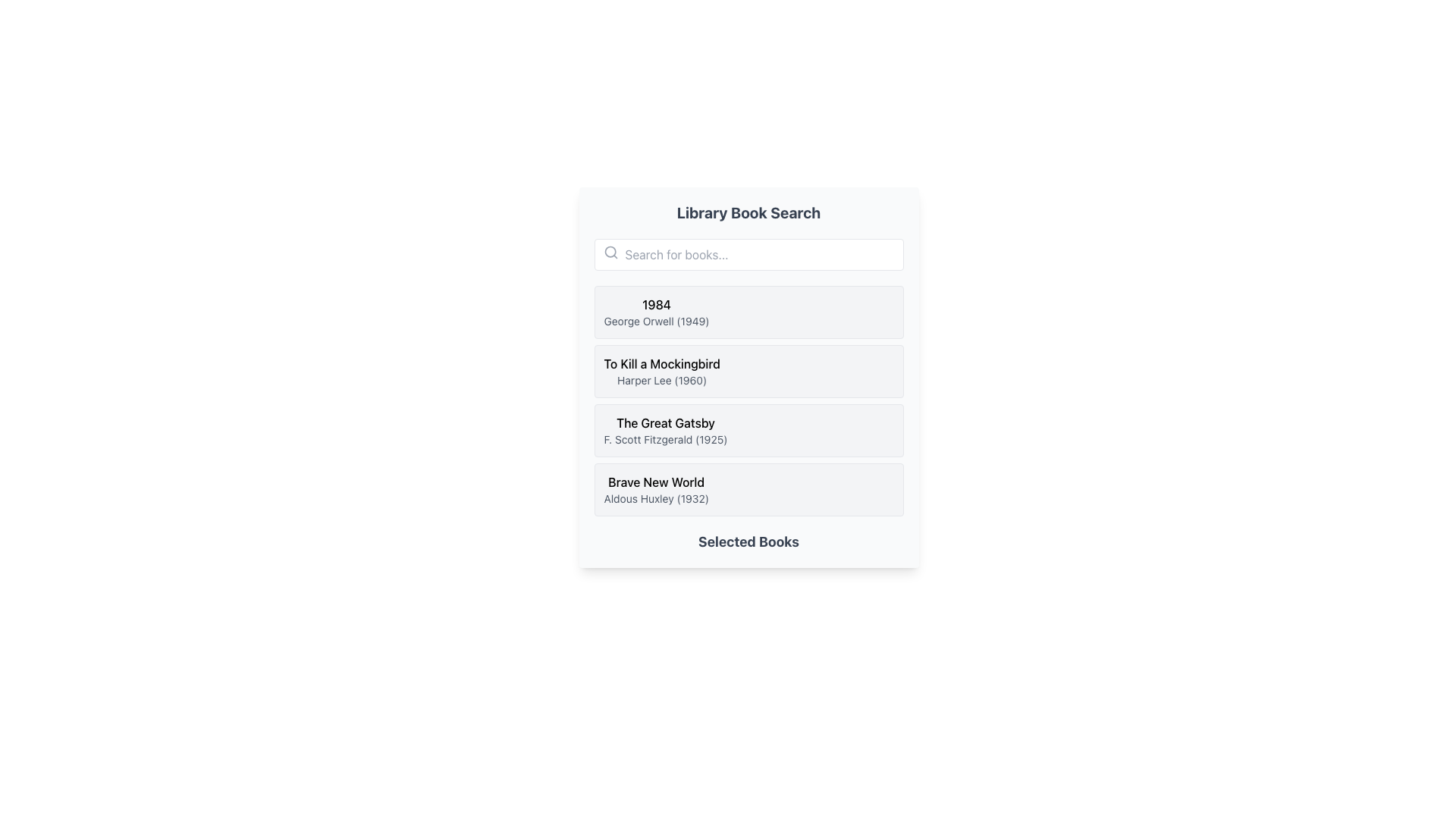 This screenshot has width=1456, height=819. I want to click on the informational text element containing 'Aldous Huxley (1932)', which is styled in light gray and positioned below the book title 'Brave New World', so click(656, 499).